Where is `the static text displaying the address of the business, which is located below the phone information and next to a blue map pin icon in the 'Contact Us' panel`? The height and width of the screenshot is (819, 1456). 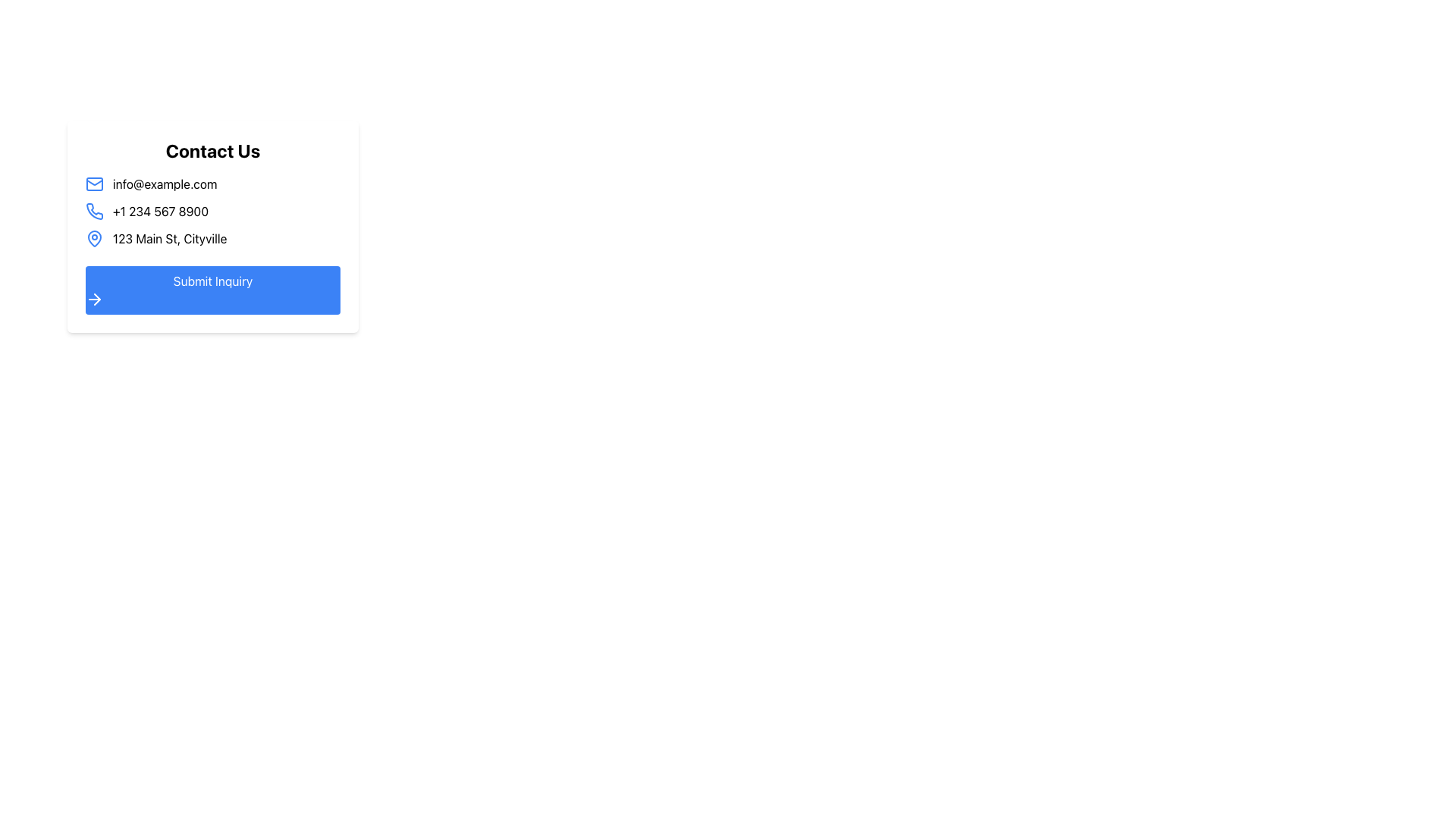 the static text displaying the address of the business, which is located below the phone information and next to a blue map pin icon in the 'Contact Us' panel is located at coordinates (170, 239).